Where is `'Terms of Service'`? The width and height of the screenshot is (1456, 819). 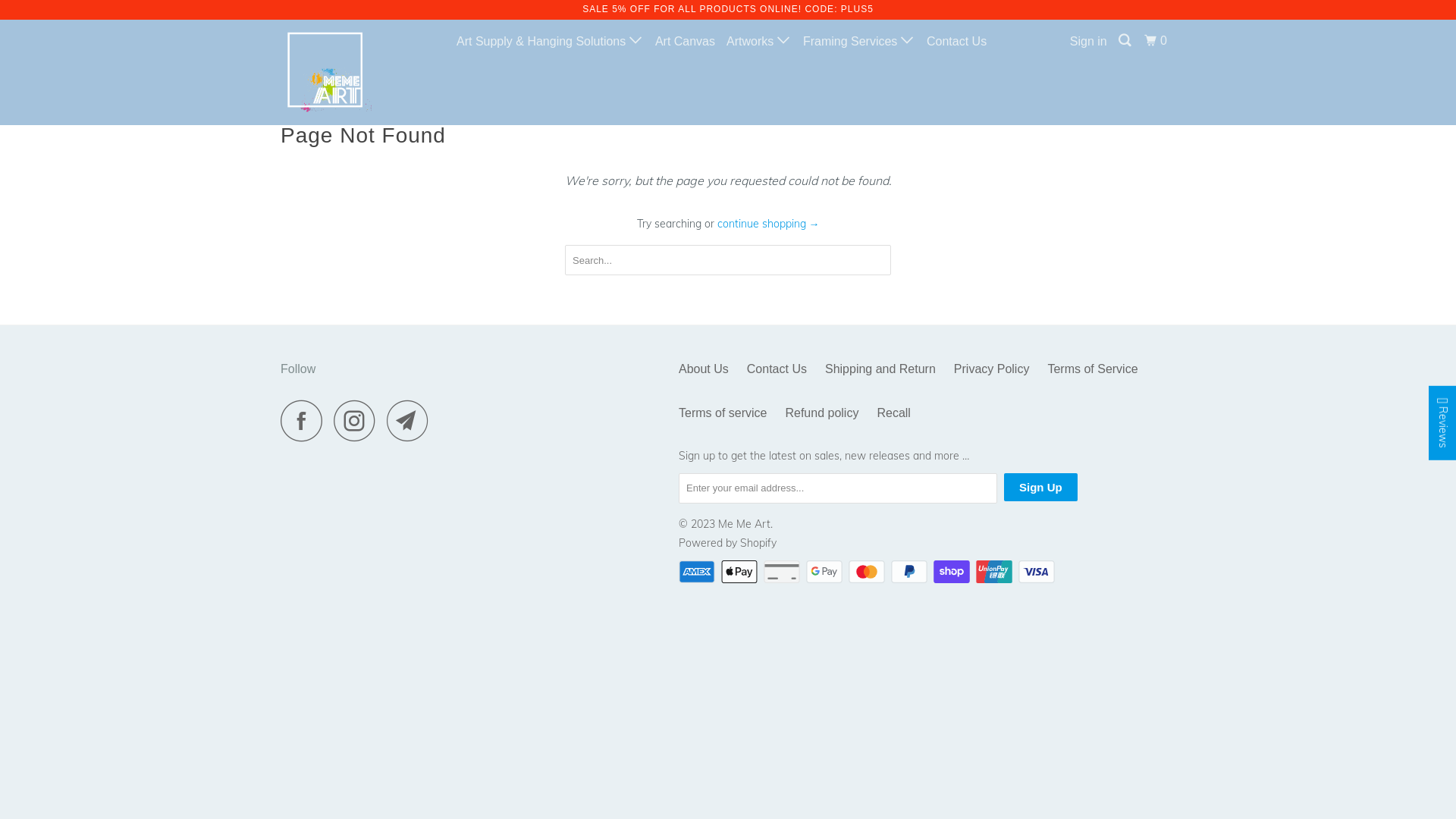
'Terms of Service' is located at coordinates (1092, 369).